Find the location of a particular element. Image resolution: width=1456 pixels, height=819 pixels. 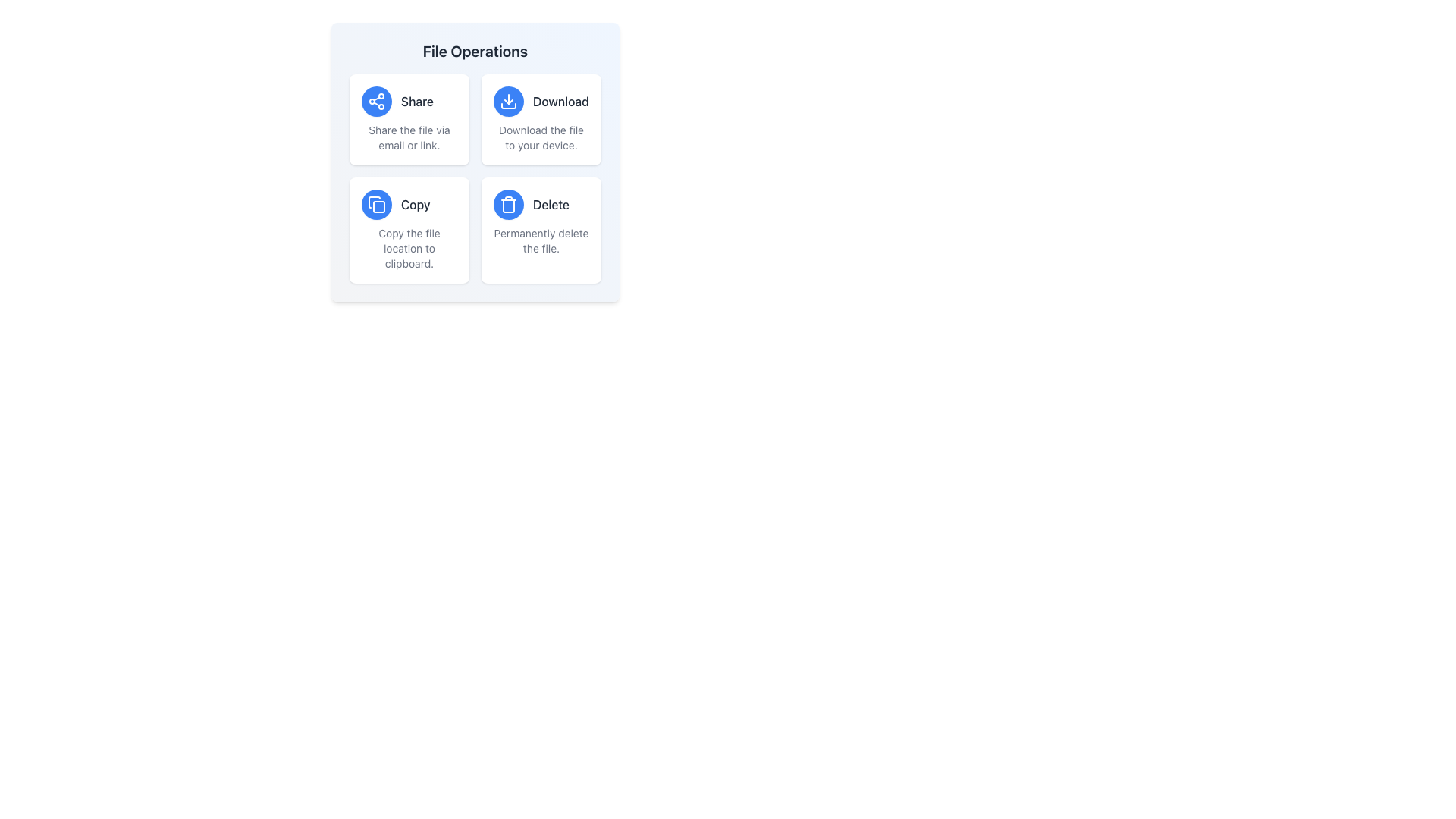

the text label that reads 'Share the file via email or link.' positioned below the 'Share' button in the upper-left quadrant of the interface is located at coordinates (409, 137).